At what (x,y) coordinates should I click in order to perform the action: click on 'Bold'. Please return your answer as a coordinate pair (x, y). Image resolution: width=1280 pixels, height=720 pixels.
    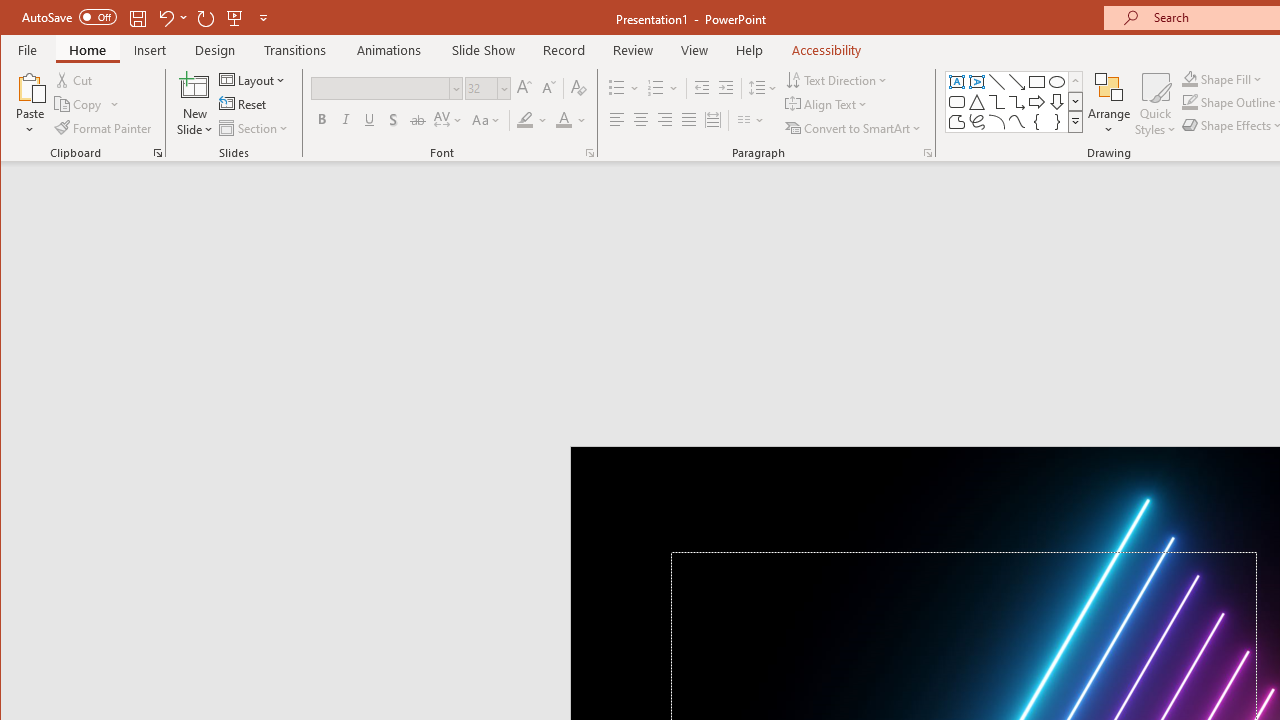
    Looking at the image, I should click on (321, 120).